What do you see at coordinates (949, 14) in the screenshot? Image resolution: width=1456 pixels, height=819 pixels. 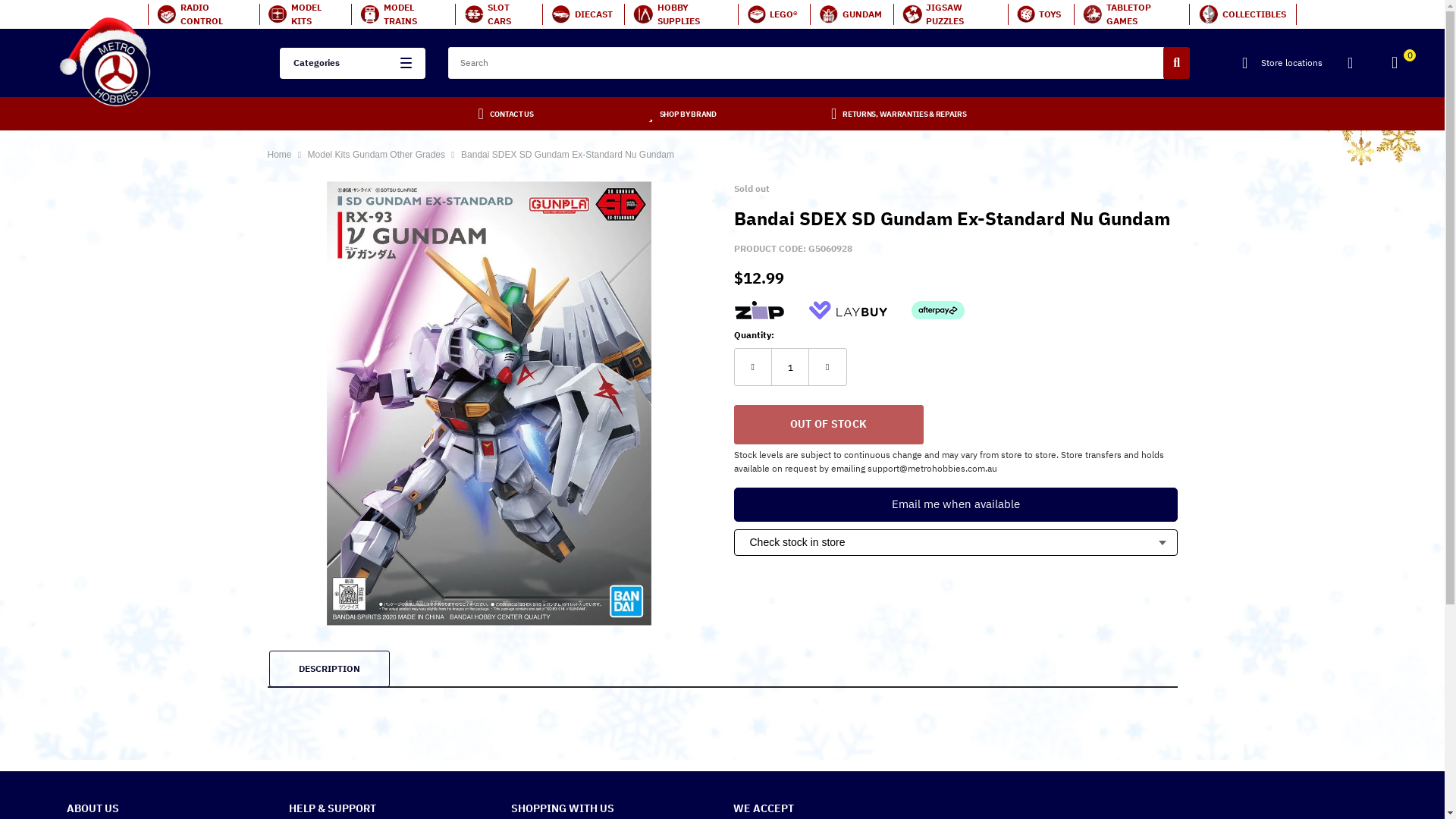 I see `'JIGSAW PUZZLES'` at bounding box center [949, 14].